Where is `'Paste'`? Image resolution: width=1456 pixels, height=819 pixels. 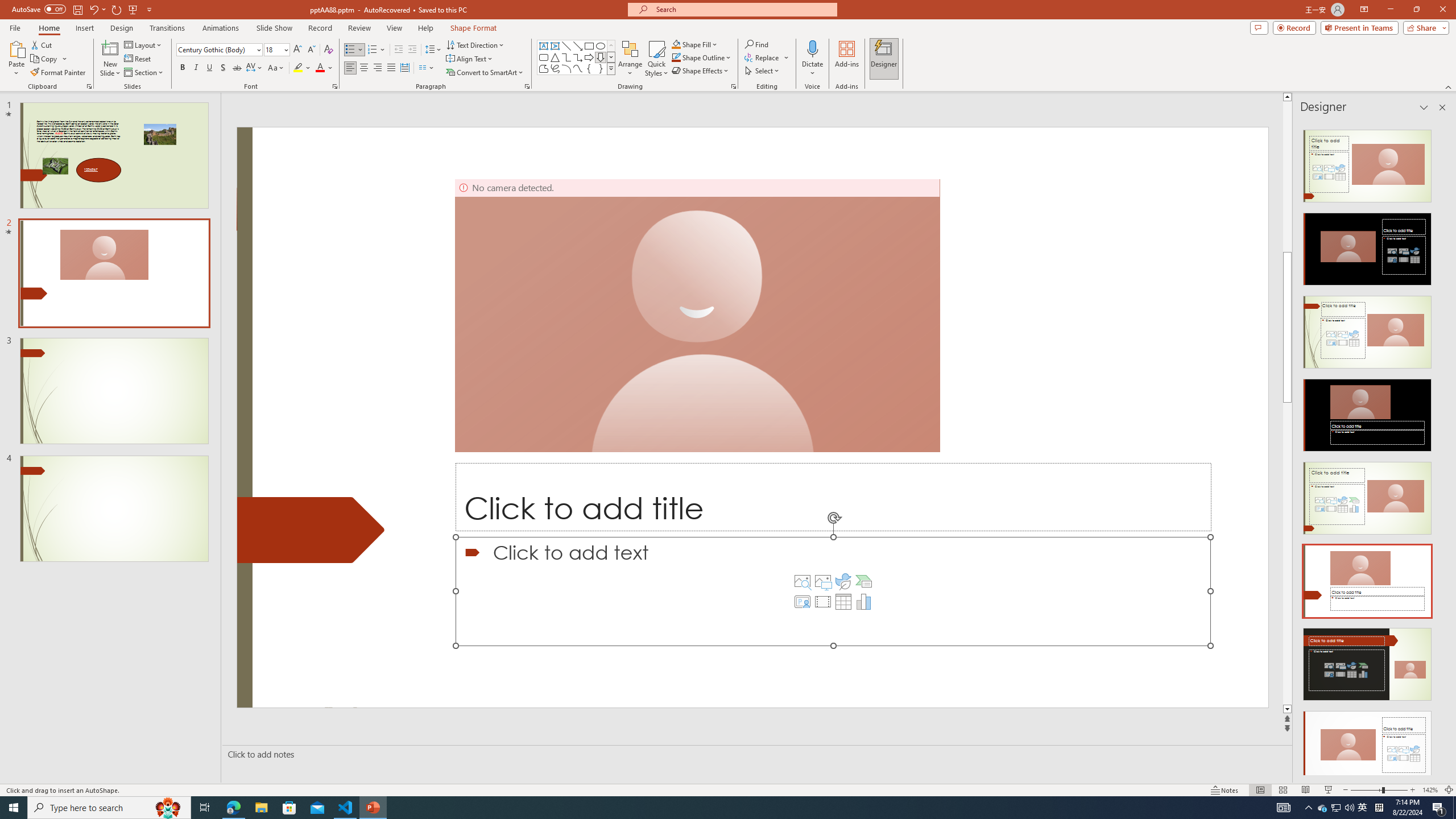 'Paste' is located at coordinates (16, 59).